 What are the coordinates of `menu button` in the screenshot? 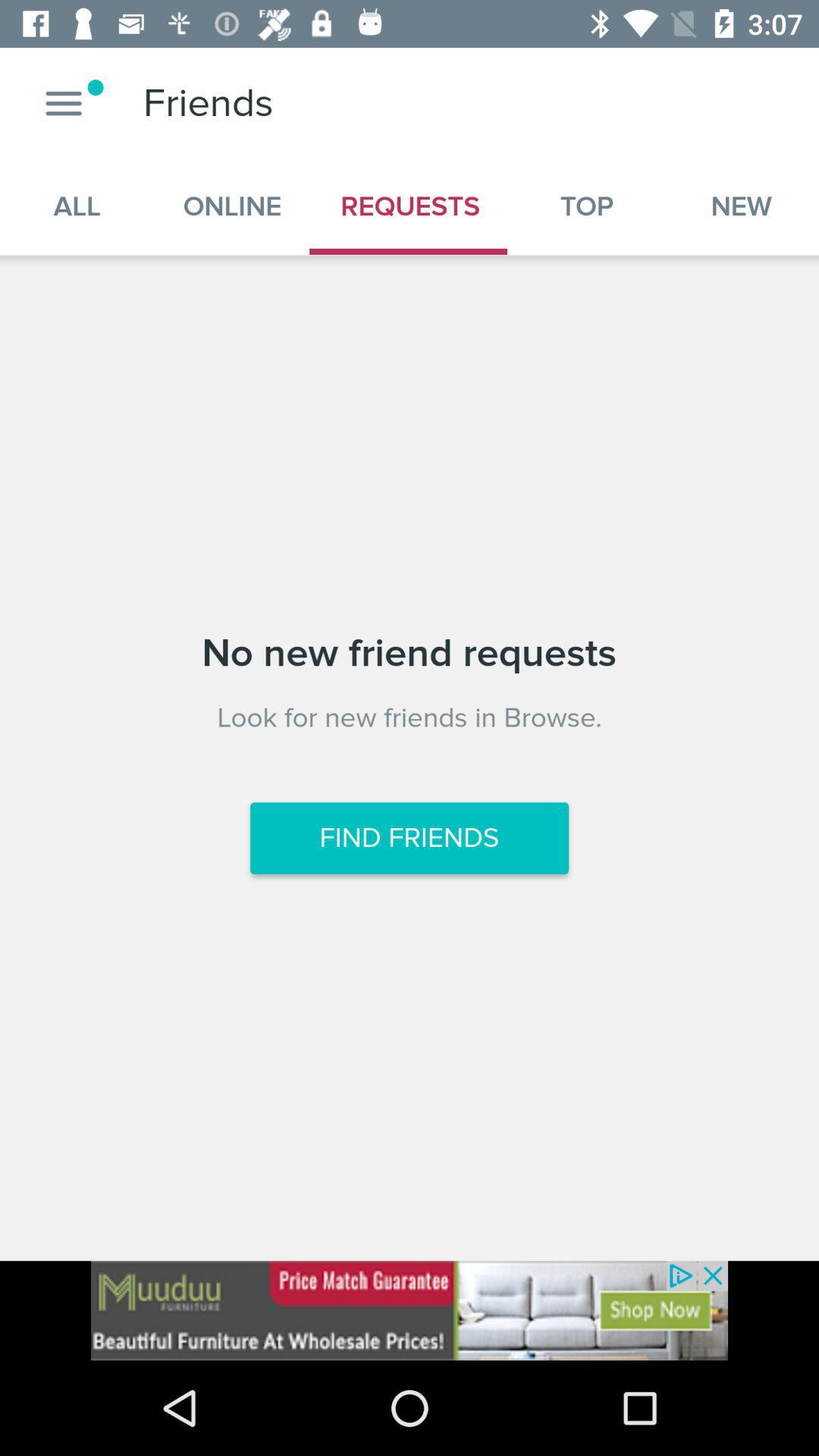 It's located at (63, 102).